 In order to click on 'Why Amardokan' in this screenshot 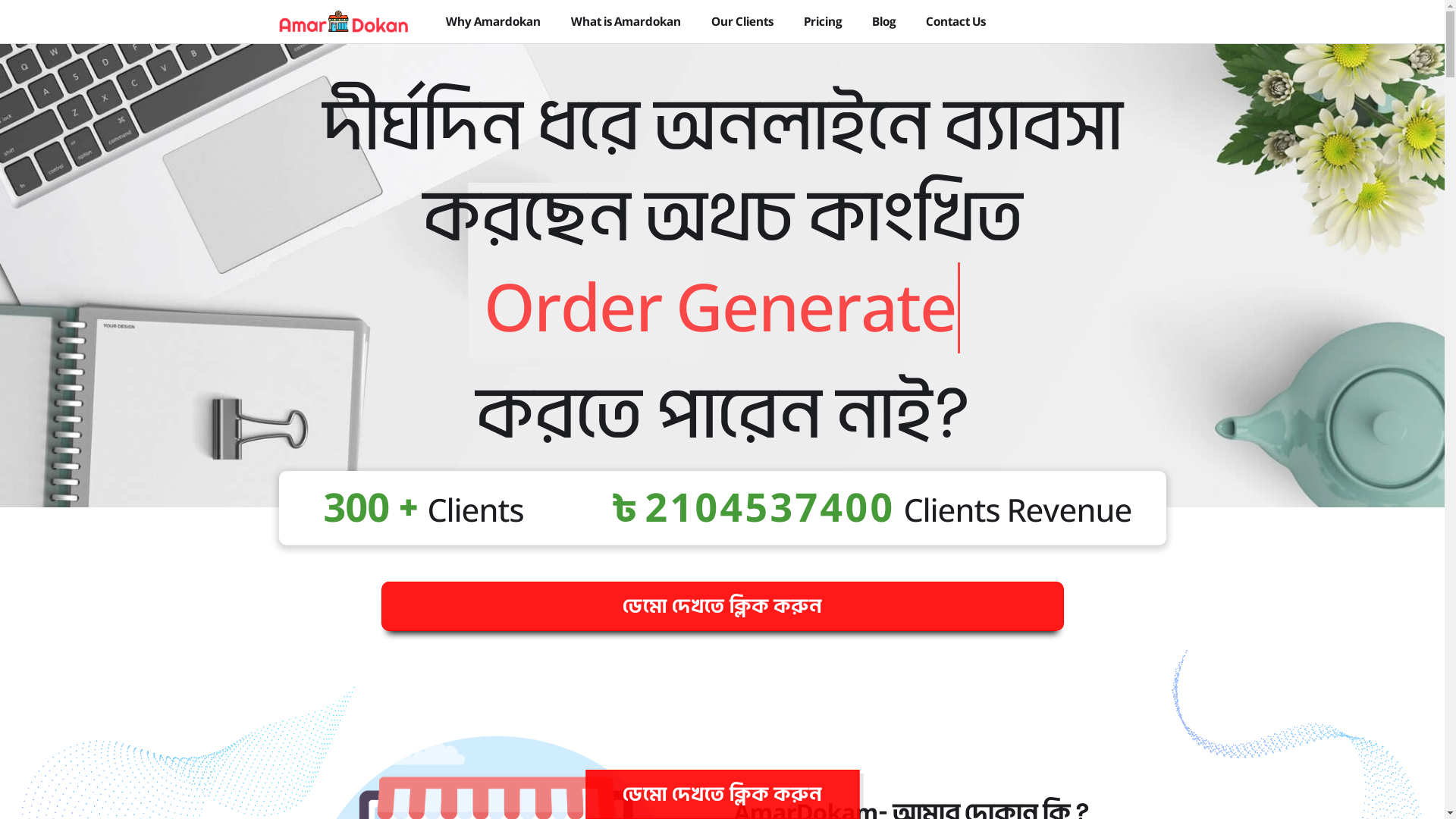, I will do `click(493, 21)`.